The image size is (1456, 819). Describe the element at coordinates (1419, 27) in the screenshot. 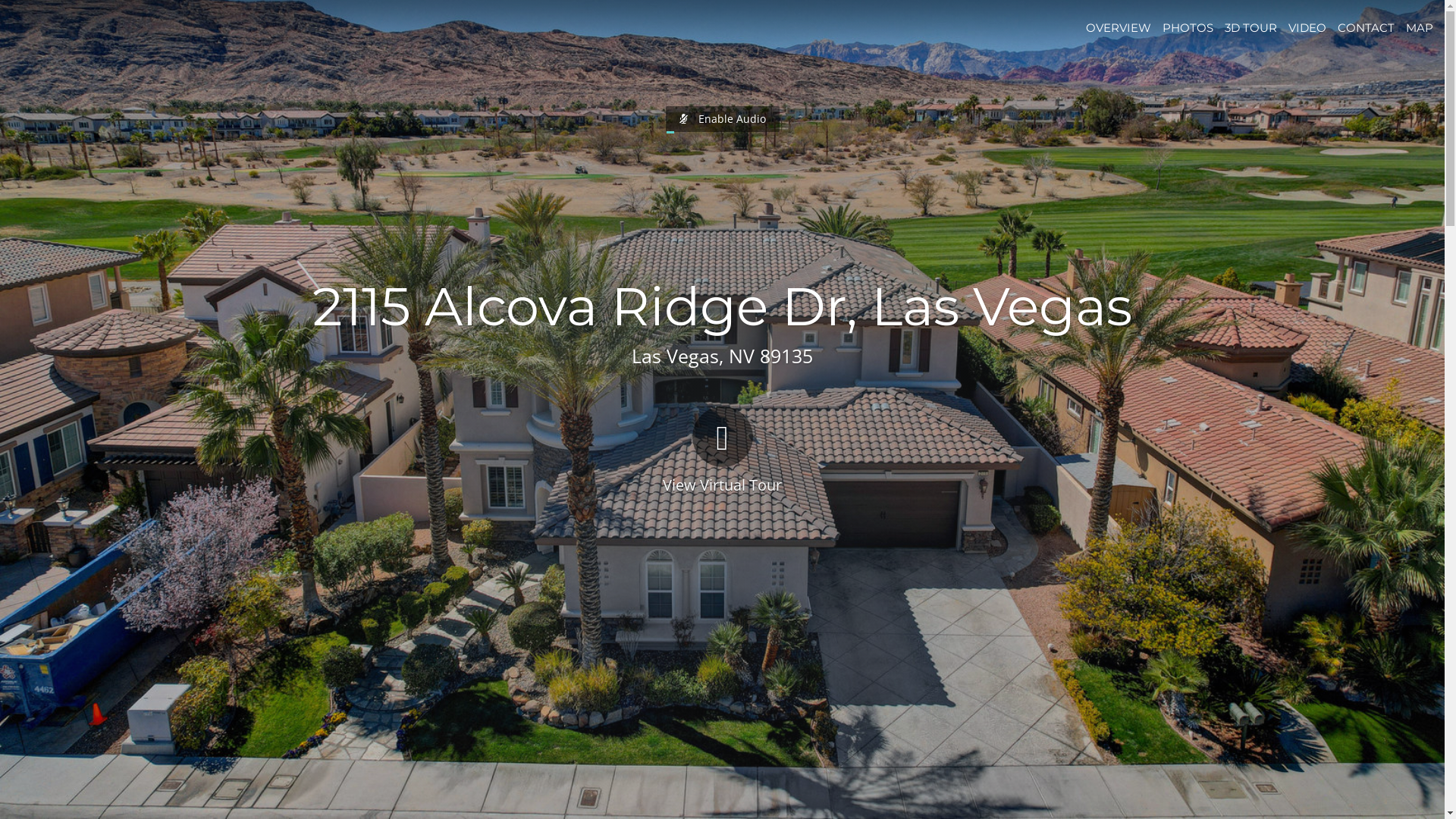

I see `'MAP'` at that location.